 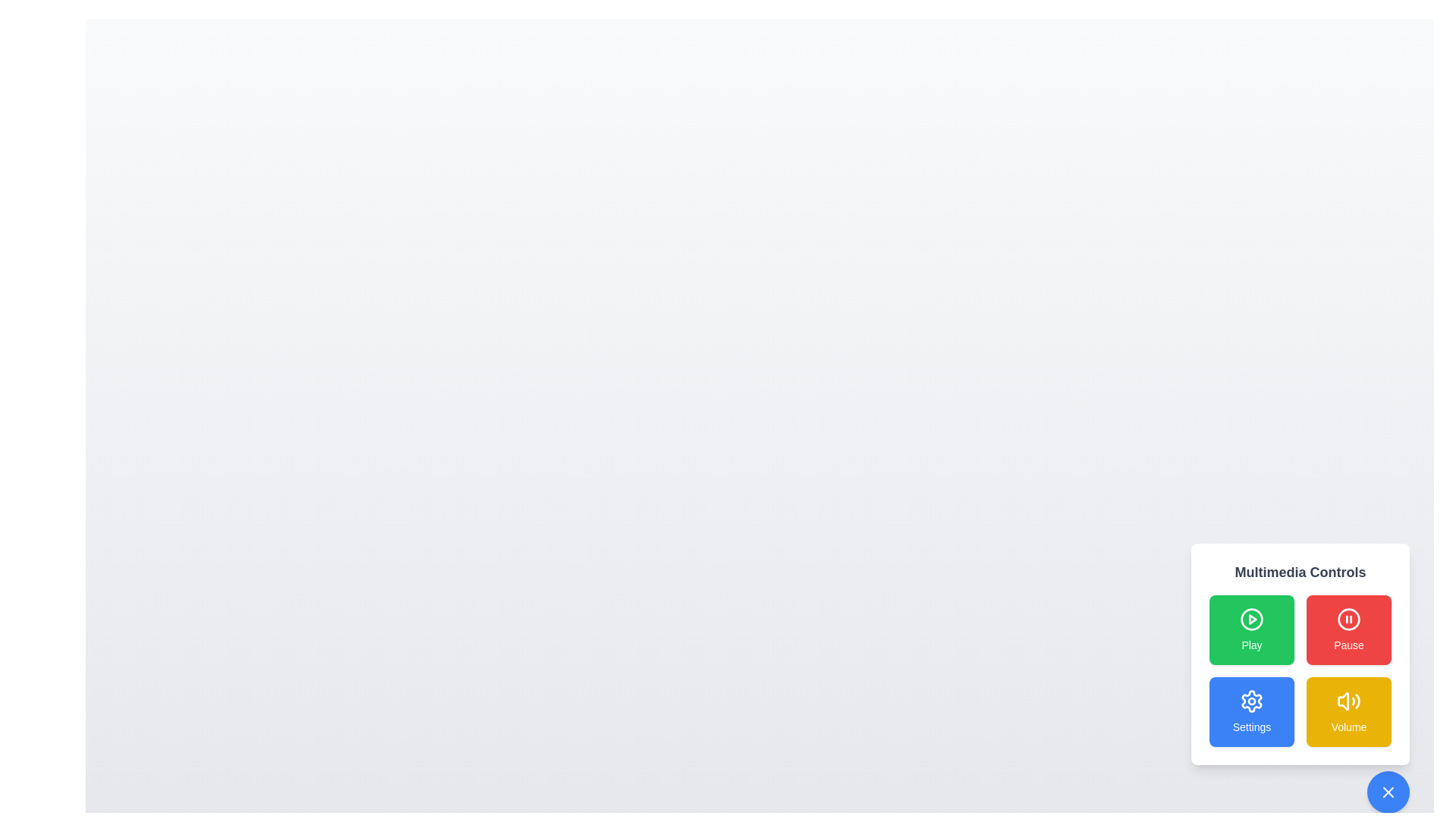 What do you see at coordinates (1349, 726) in the screenshot?
I see `the 'Volume' text label located in the bottom-right corner of the multimedia controls section, which is centered beneath the speaker icon` at bounding box center [1349, 726].